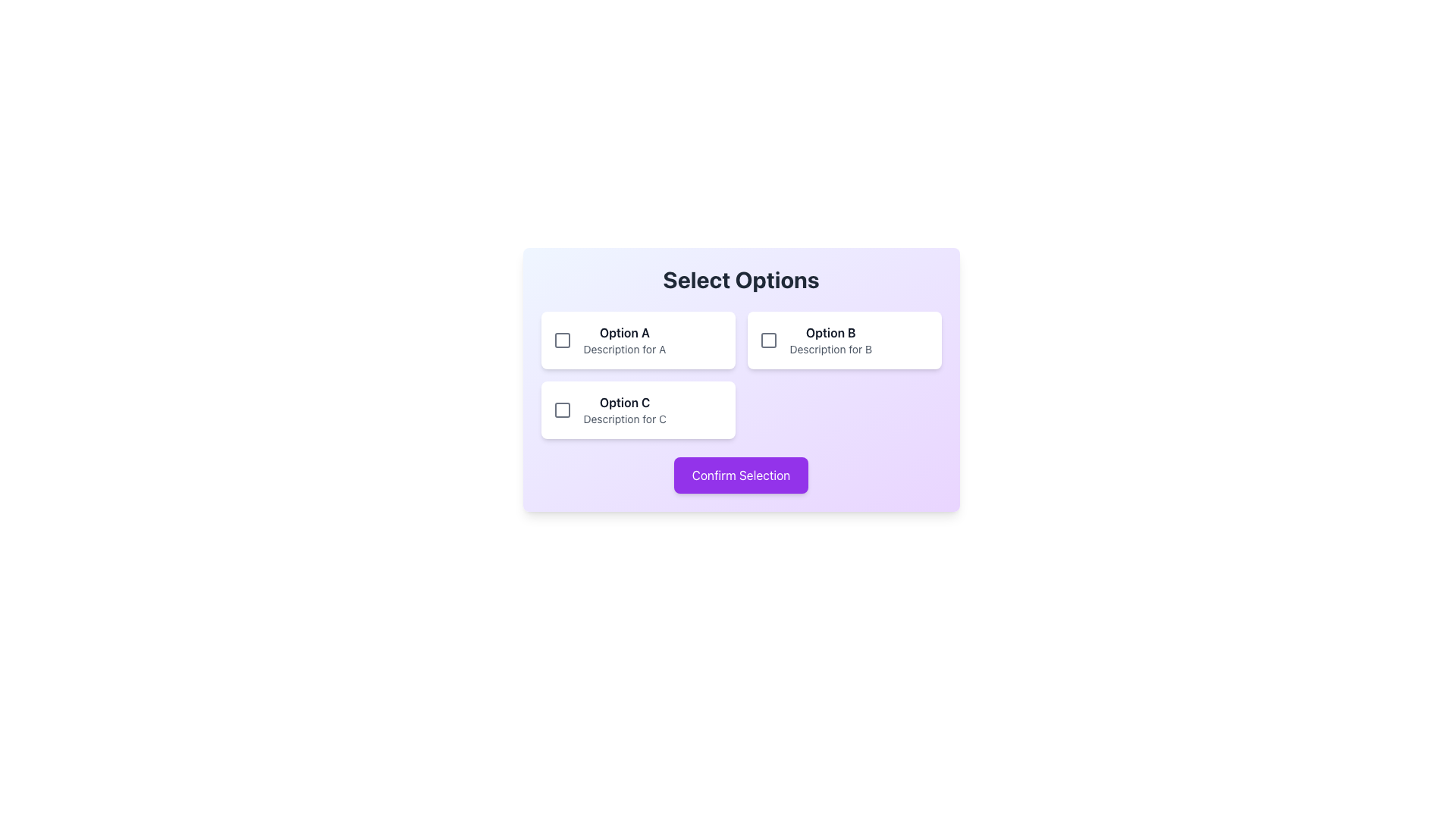 The height and width of the screenshot is (819, 1456). Describe the element at coordinates (561, 409) in the screenshot. I see `the light gray square-shaped checkbox located within the 'Option C' block` at that location.